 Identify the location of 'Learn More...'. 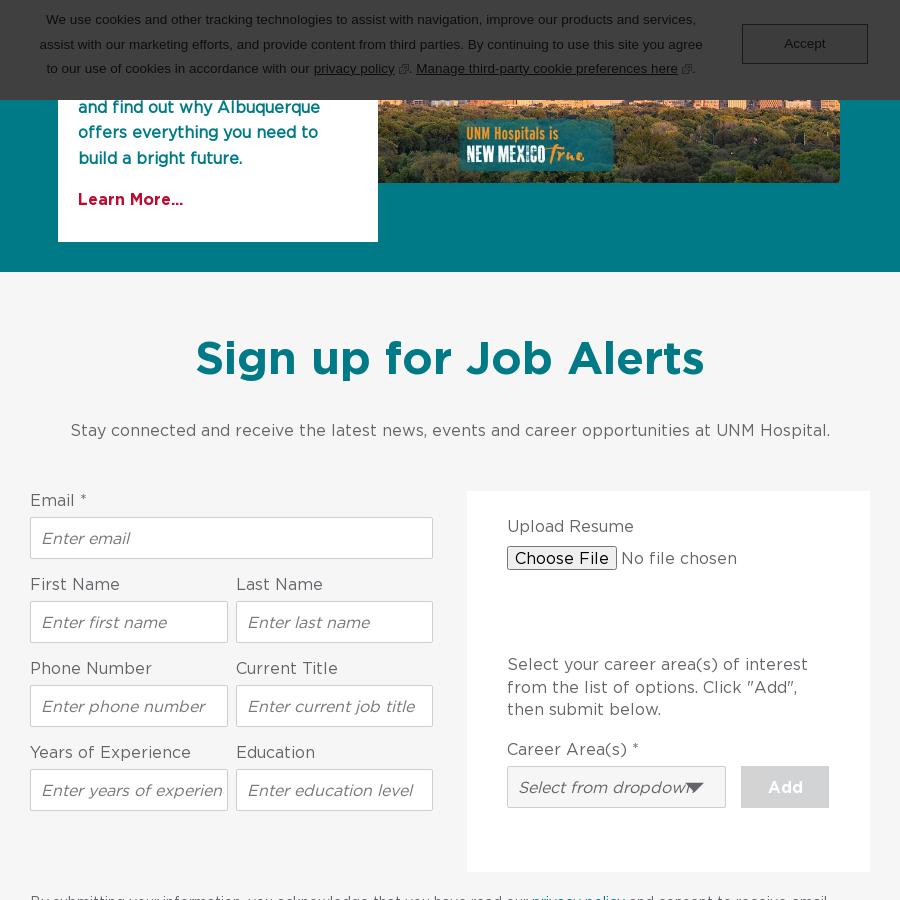
(130, 198).